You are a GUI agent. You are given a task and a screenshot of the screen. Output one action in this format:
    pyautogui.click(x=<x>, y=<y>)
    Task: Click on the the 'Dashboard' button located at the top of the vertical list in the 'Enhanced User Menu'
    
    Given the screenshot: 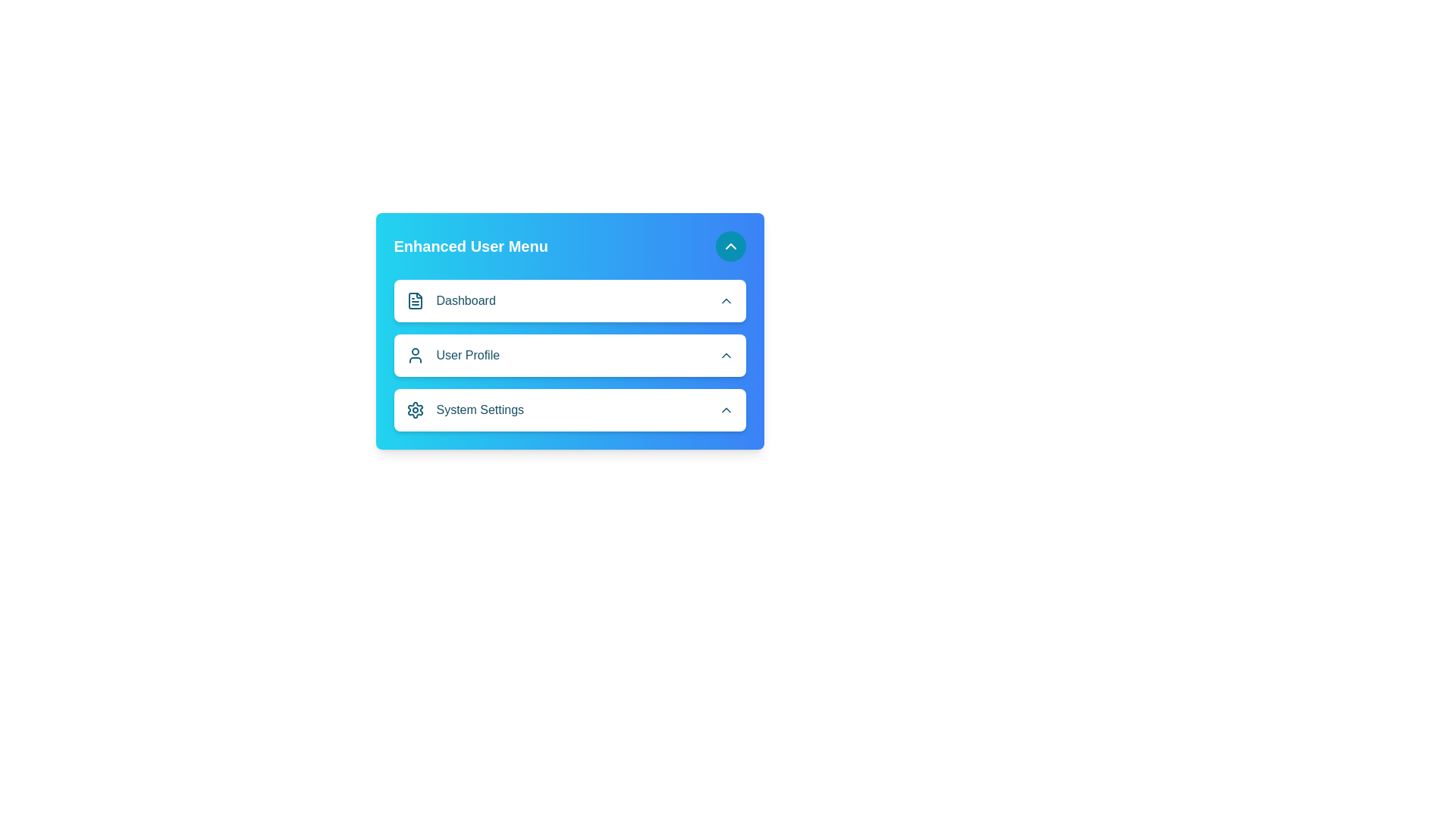 What is the action you would take?
    pyautogui.click(x=569, y=301)
    